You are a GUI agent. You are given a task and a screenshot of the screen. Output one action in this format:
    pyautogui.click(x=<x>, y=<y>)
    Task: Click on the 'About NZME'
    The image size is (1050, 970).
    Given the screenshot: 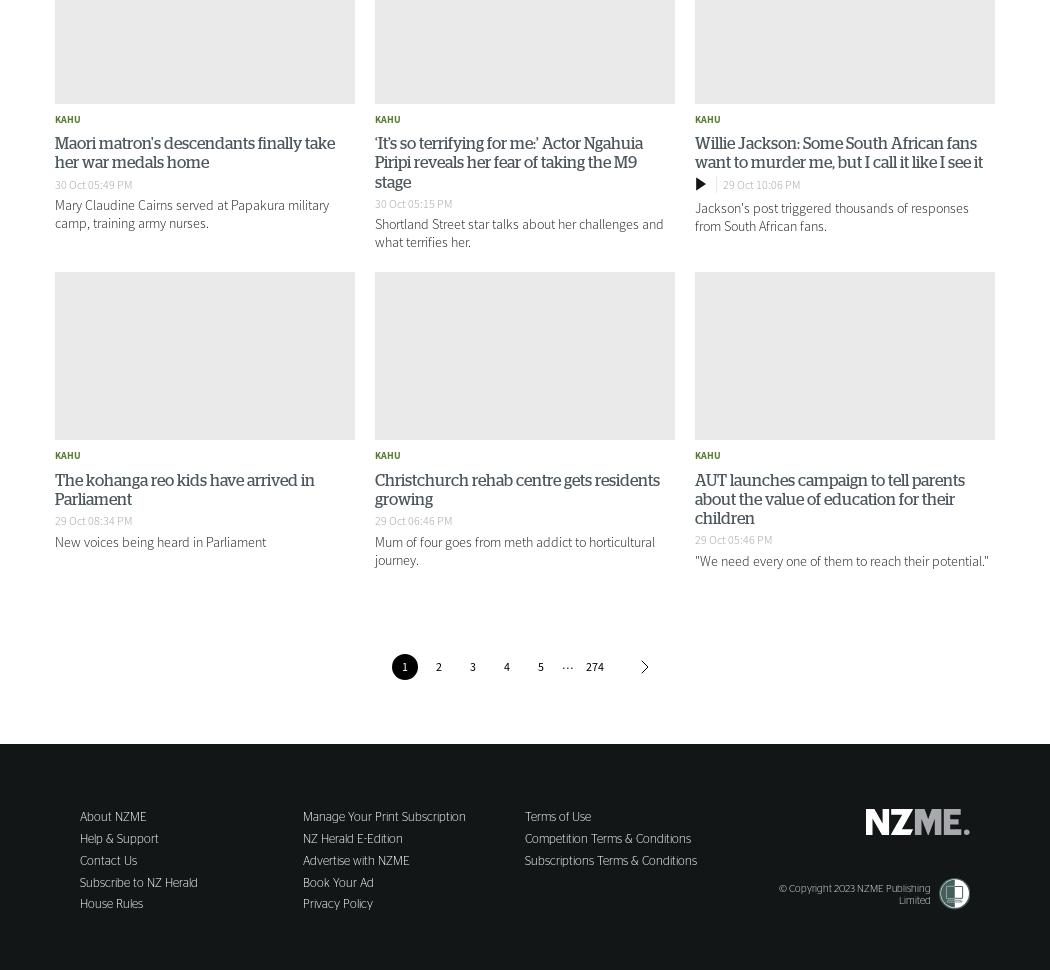 What is the action you would take?
    pyautogui.click(x=112, y=817)
    